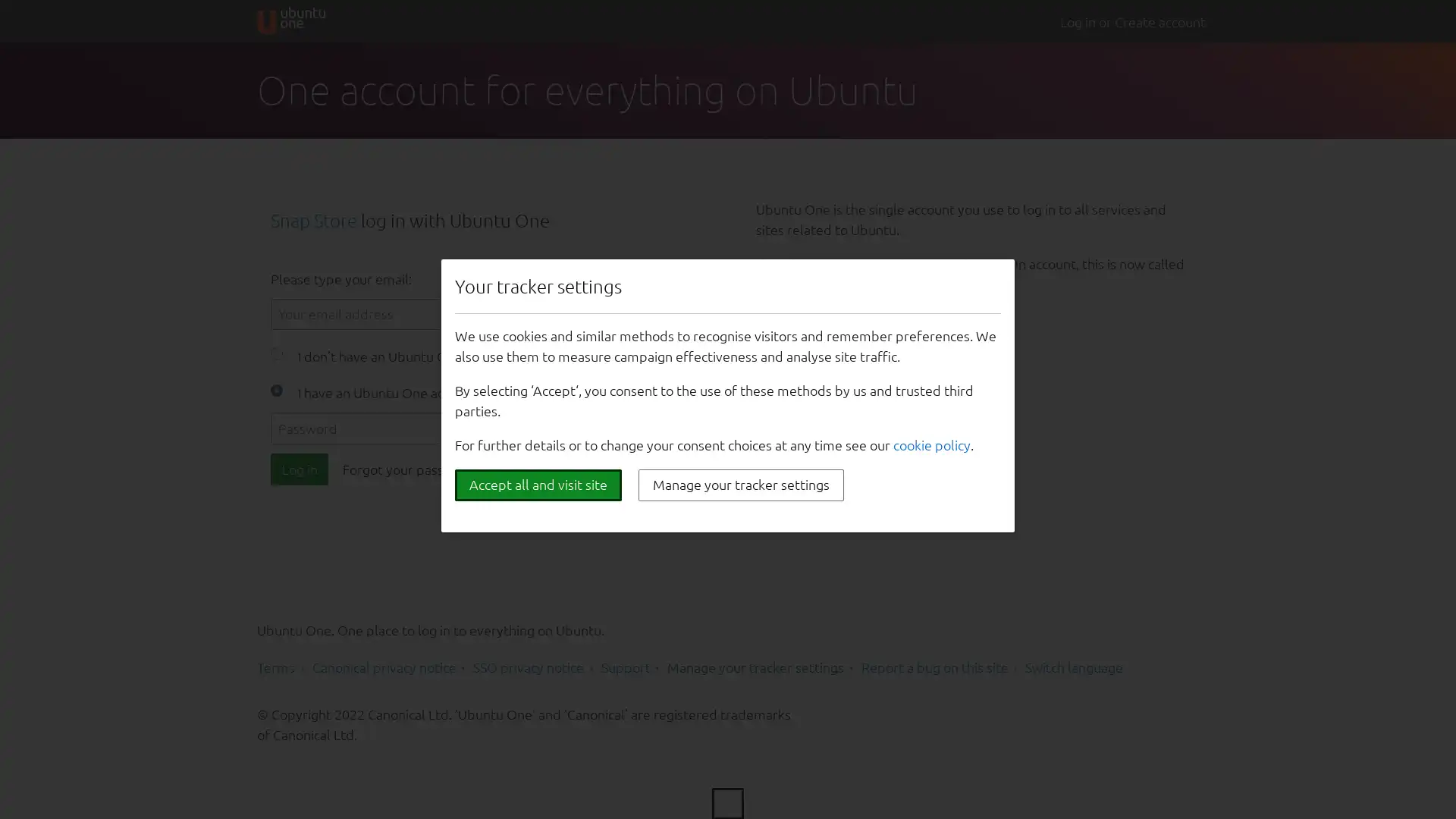  What do you see at coordinates (299, 468) in the screenshot?
I see `Log in` at bounding box center [299, 468].